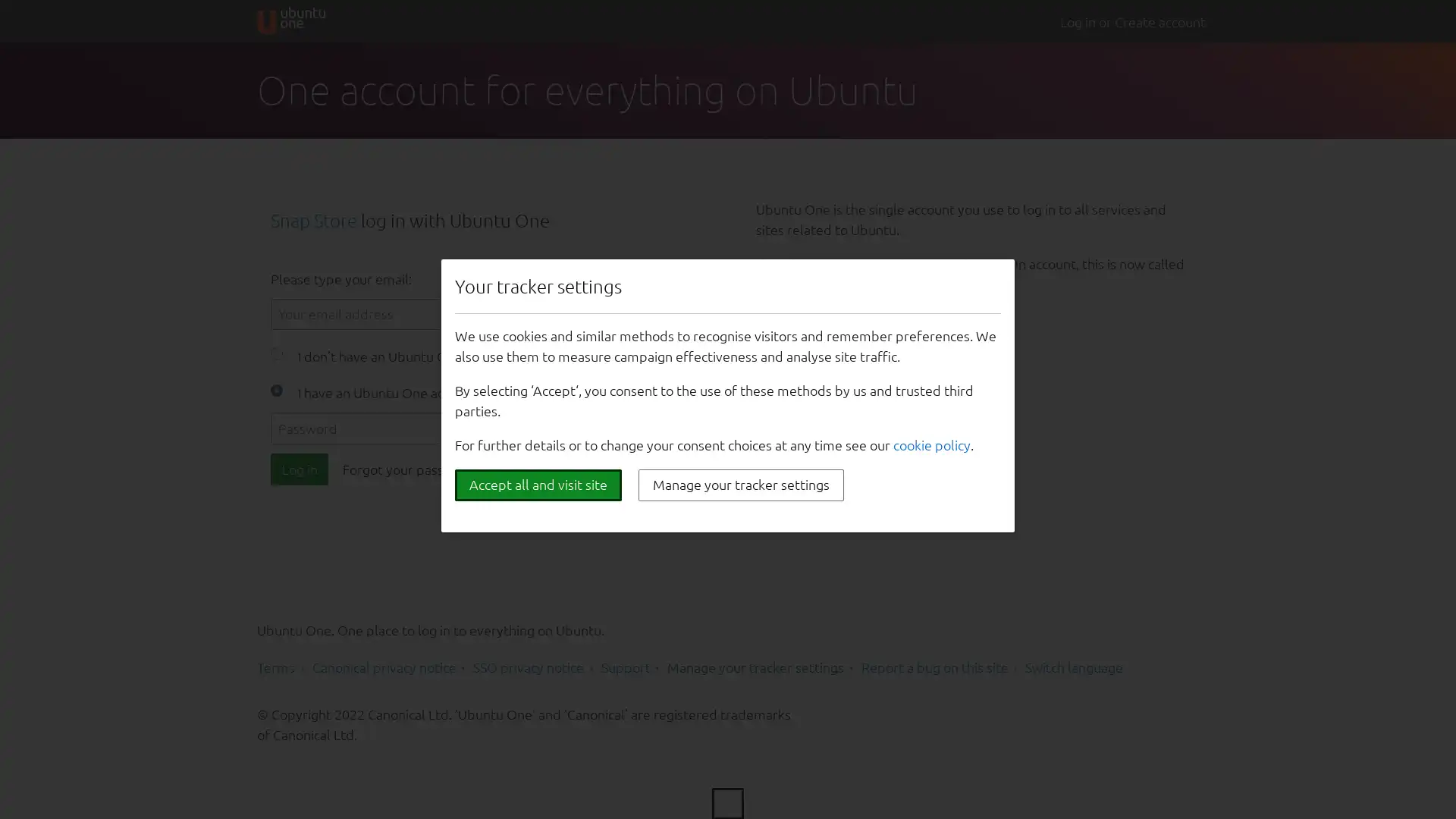  What do you see at coordinates (299, 468) in the screenshot?
I see `Log in` at bounding box center [299, 468].